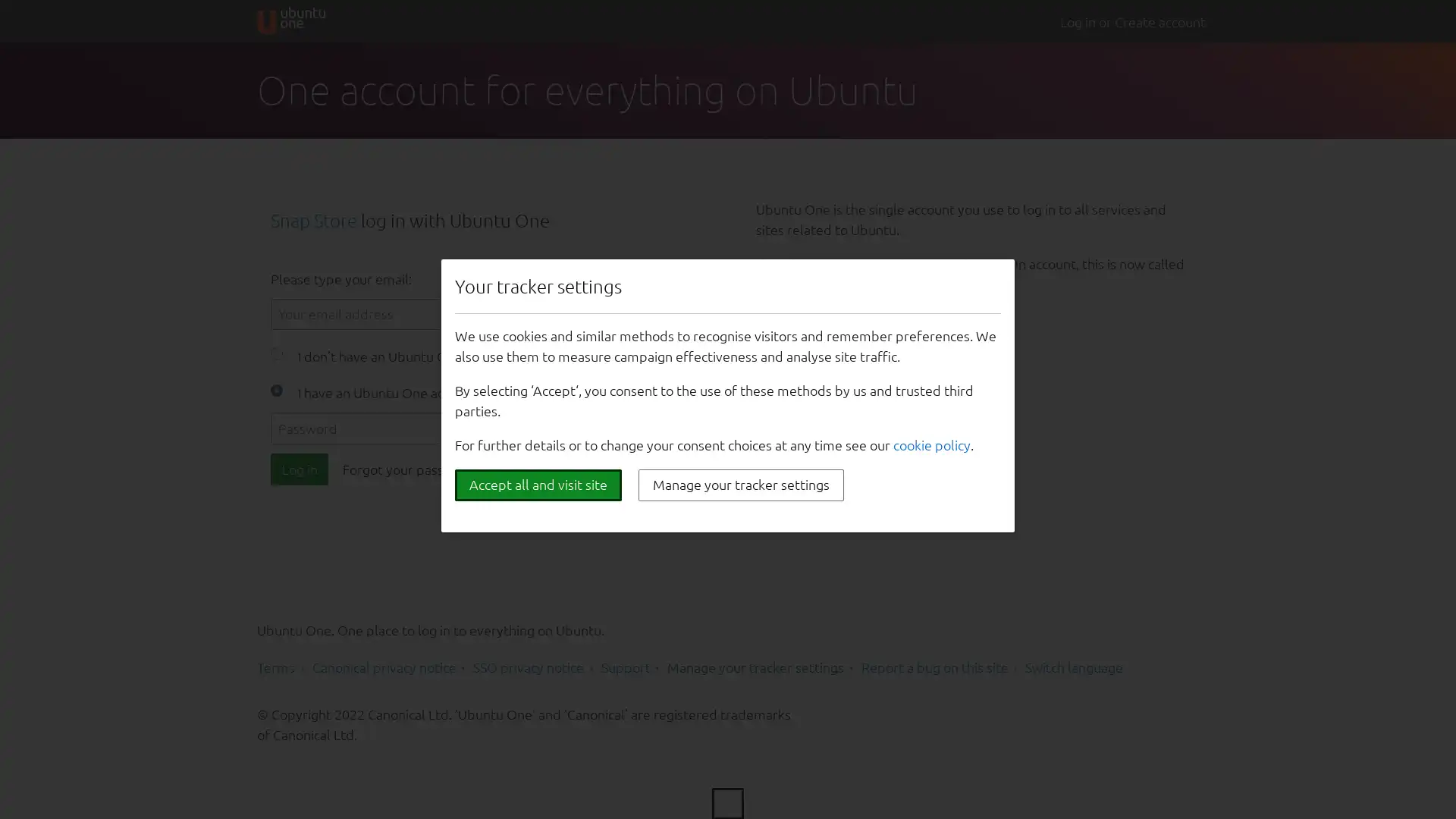  What do you see at coordinates (299, 468) in the screenshot?
I see `Log in` at bounding box center [299, 468].